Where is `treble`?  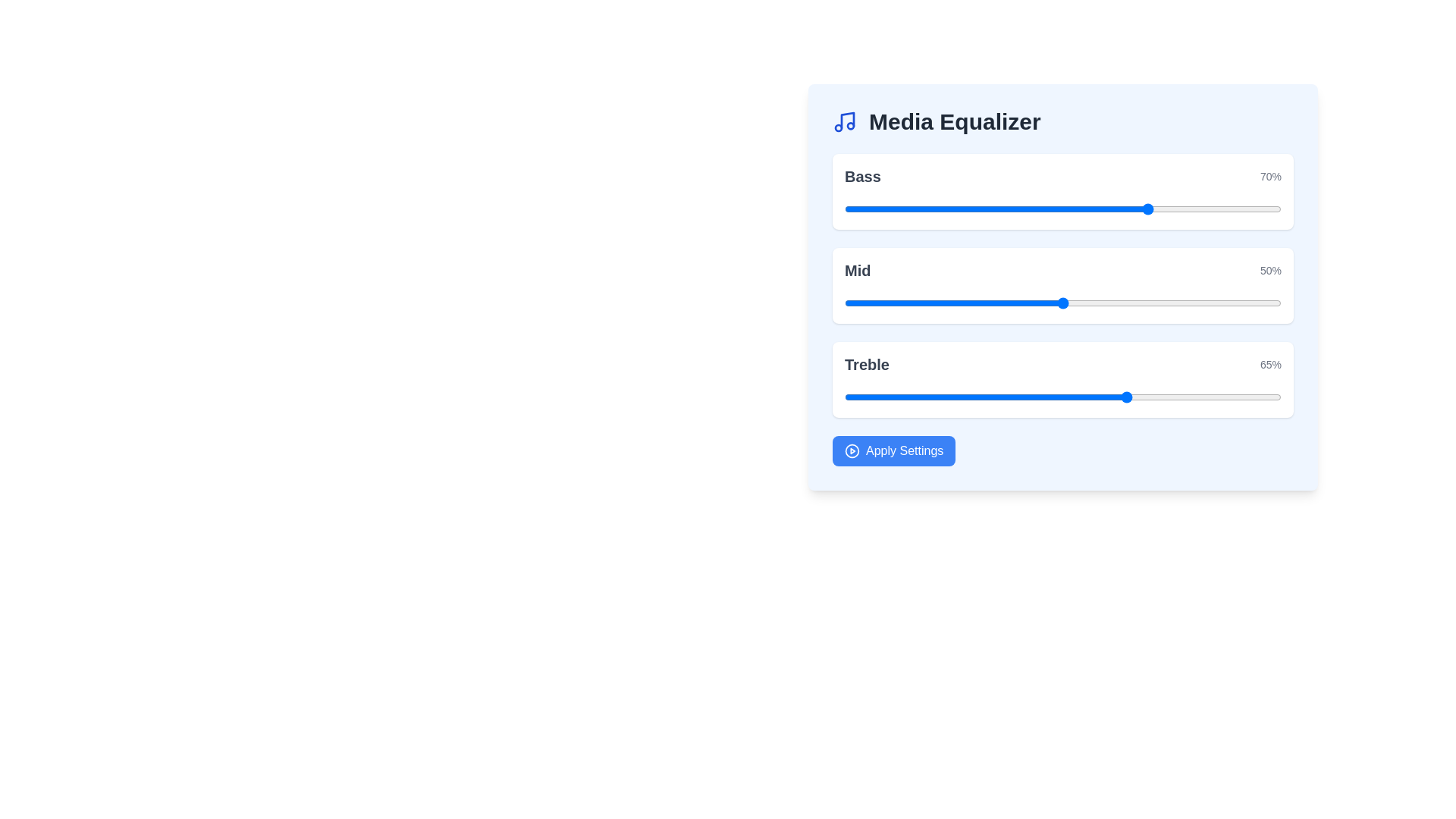
treble is located at coordinates (1238, 397).